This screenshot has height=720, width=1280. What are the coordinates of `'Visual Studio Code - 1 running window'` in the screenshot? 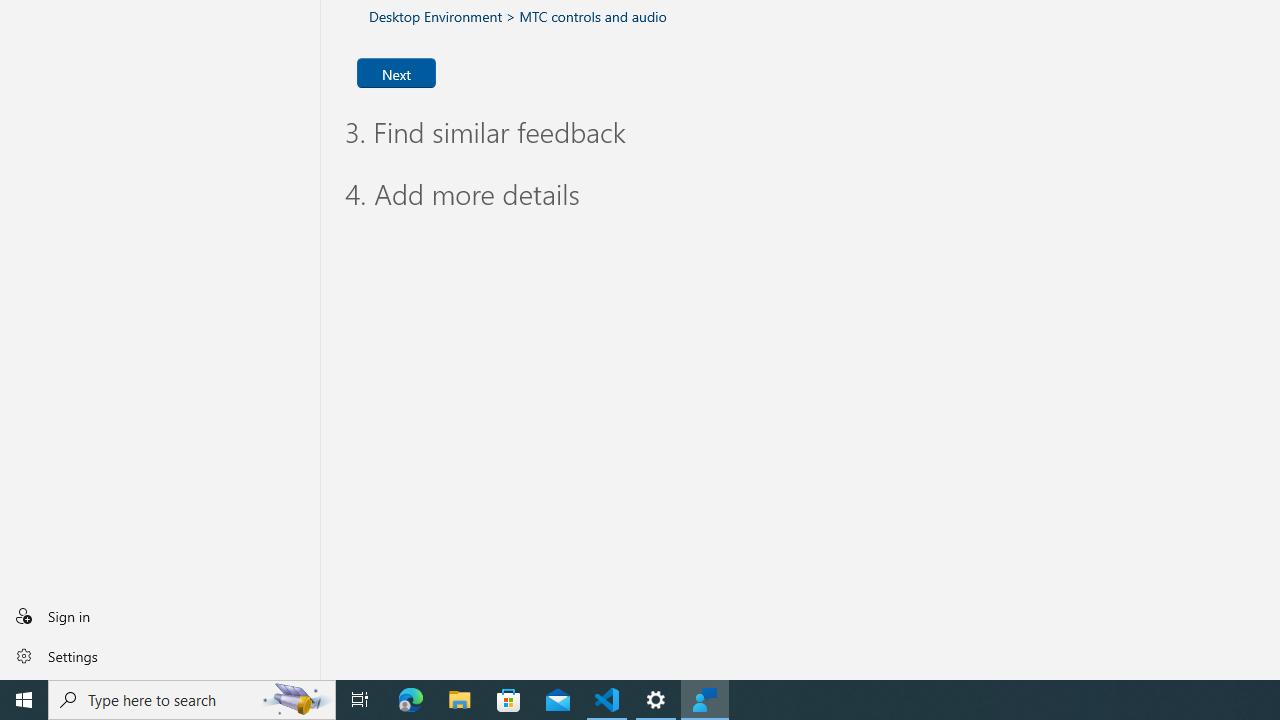 It's located at (606, 698).